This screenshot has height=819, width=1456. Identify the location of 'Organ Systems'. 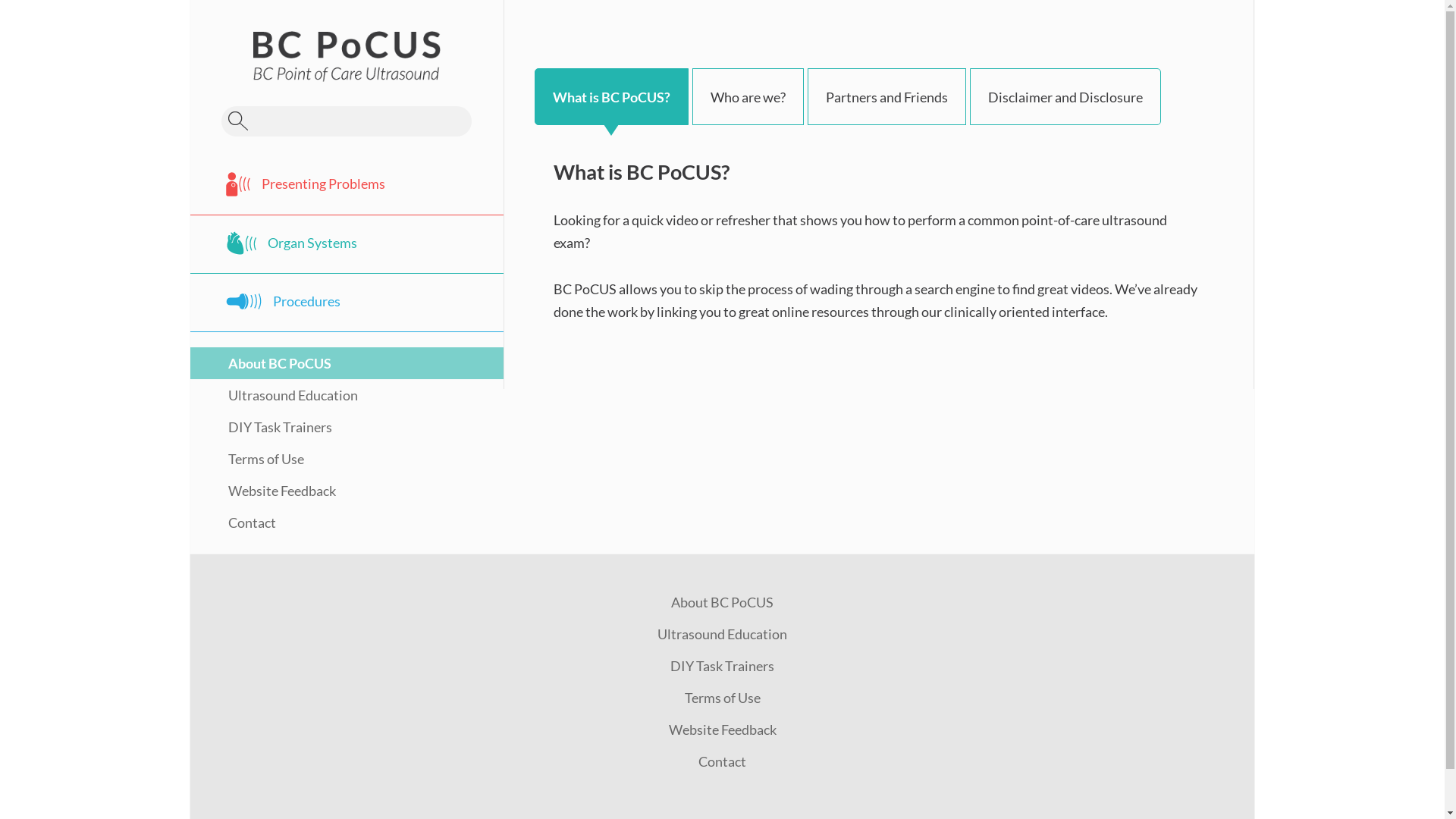
(346, 243).